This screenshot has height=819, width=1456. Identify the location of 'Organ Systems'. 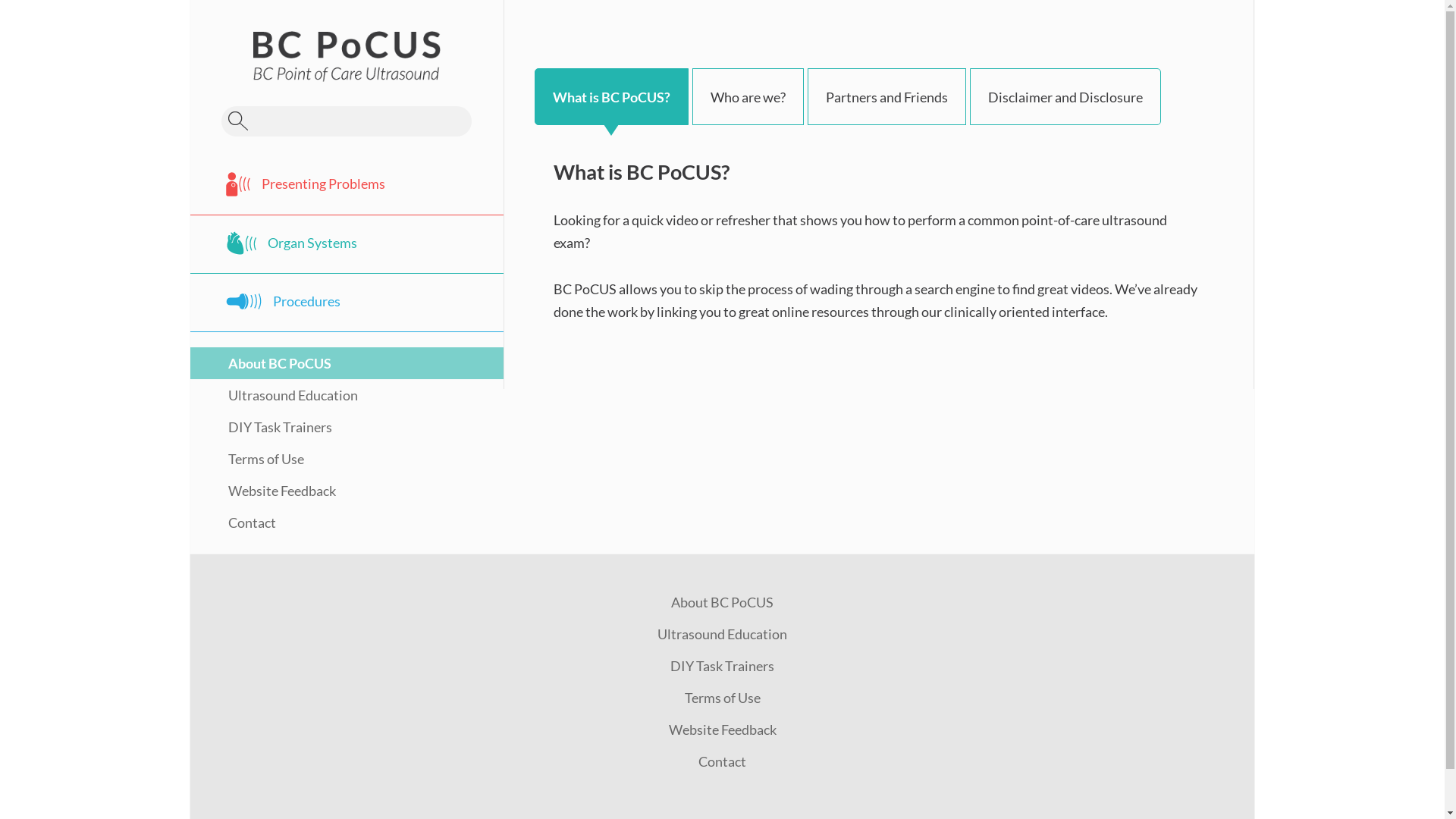
(346, 243).